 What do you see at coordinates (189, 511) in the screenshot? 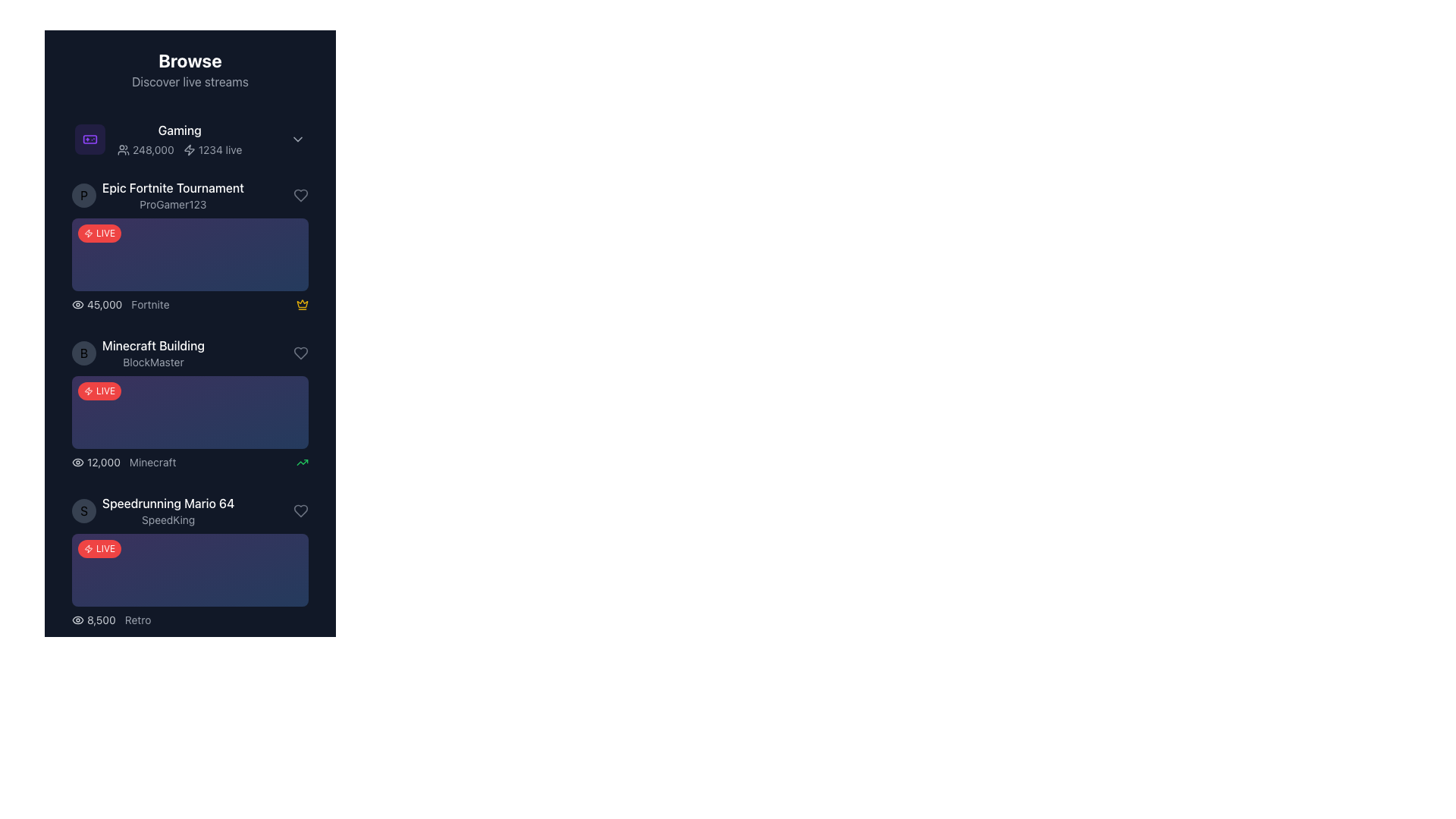
I see `the avatar of the live stream titled 'Speedrunning Mario 64', streamed by 'SpeedKing', located as the fourth item in the sidebar under the 'Gaming' section` at bounding box center [189, 511].